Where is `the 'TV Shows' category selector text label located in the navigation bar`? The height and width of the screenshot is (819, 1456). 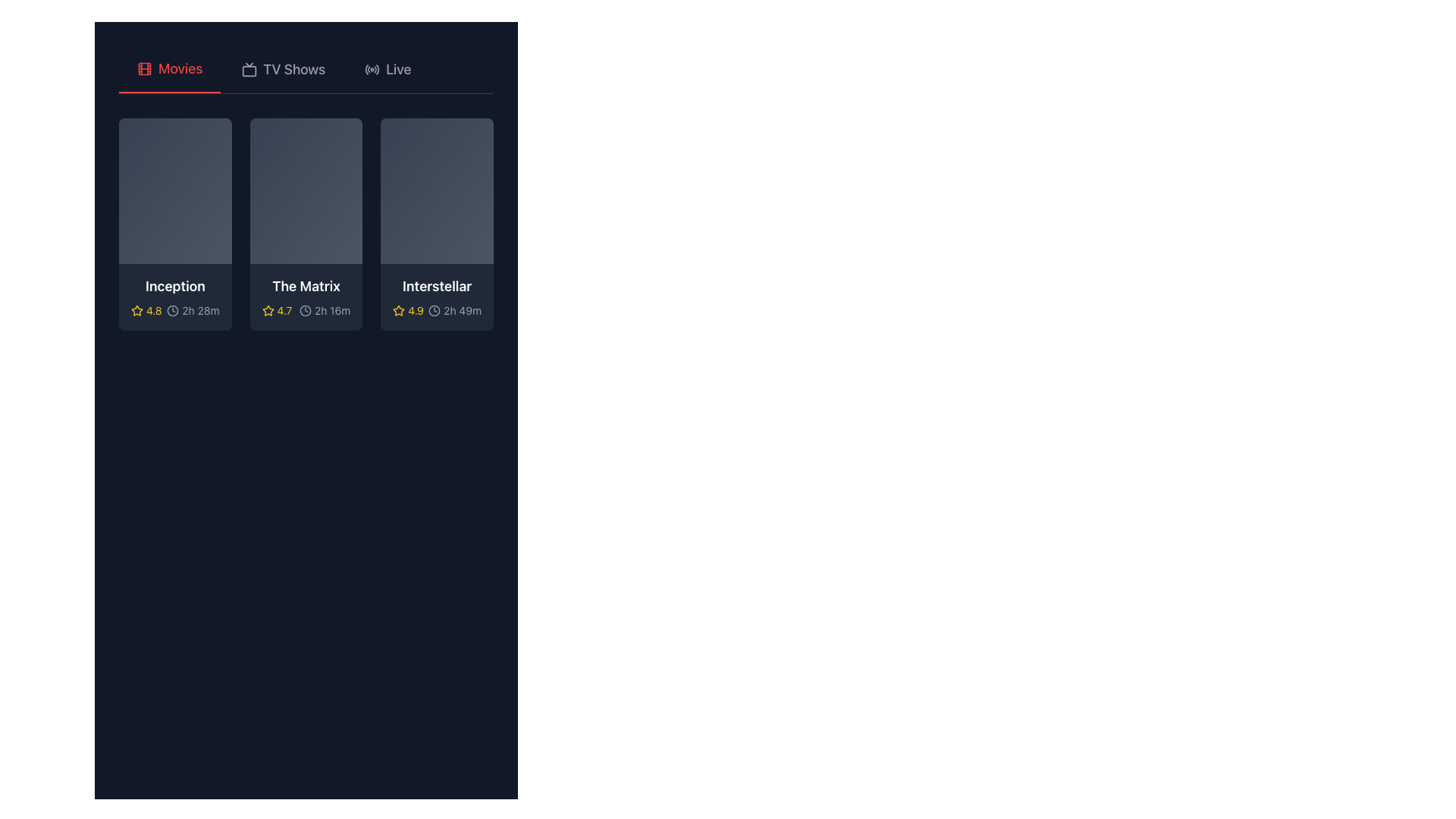
the 'TV Shows' category selector text label located in the navigation bar is located at coordinates (294, 70).